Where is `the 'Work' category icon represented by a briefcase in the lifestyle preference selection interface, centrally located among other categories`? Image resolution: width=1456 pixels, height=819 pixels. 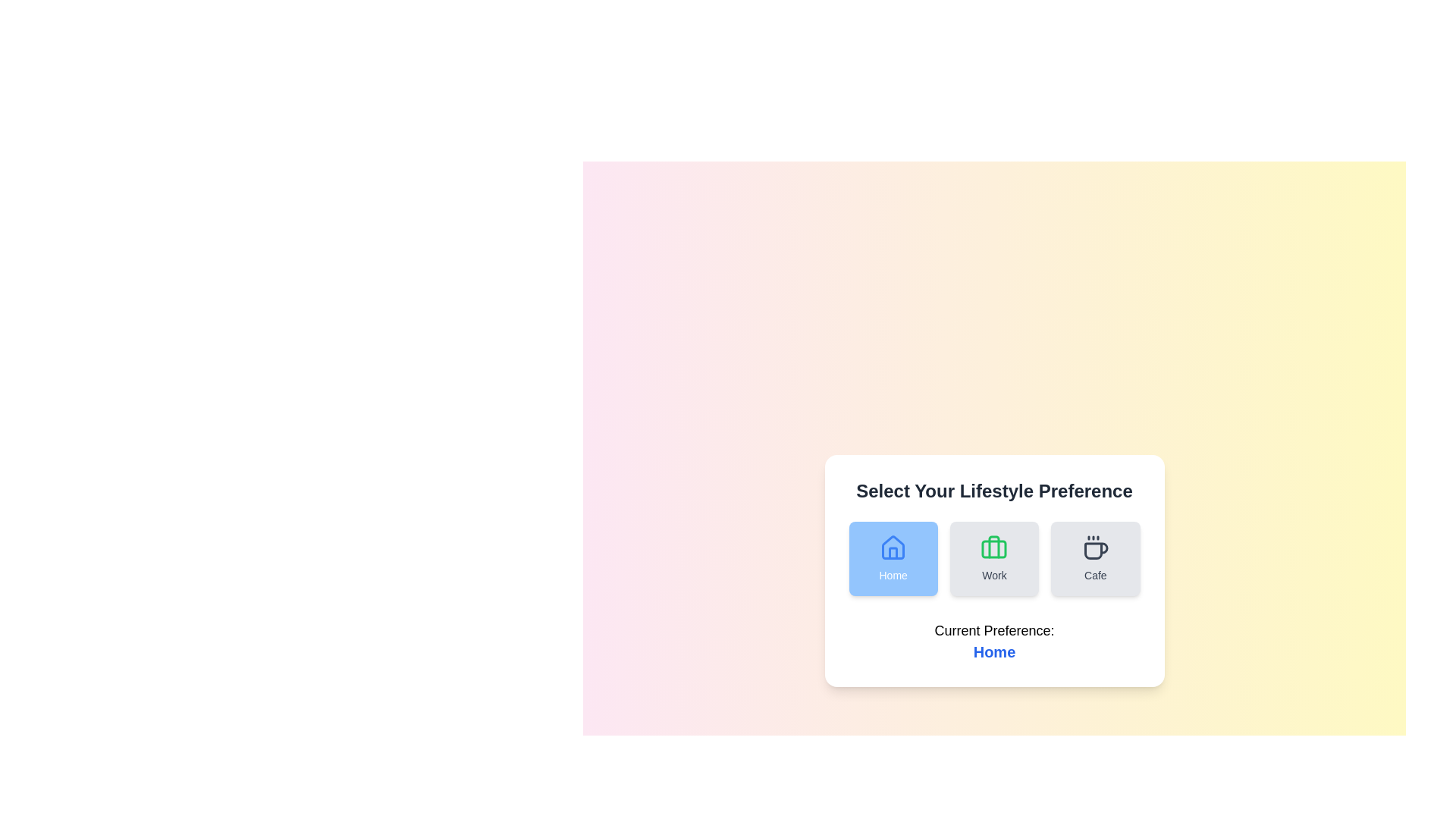
the 'Work' category icon represented by a briefcase in the lifestyle preference selection interface, centrally located among other categories is located at coordinates (994, 548).